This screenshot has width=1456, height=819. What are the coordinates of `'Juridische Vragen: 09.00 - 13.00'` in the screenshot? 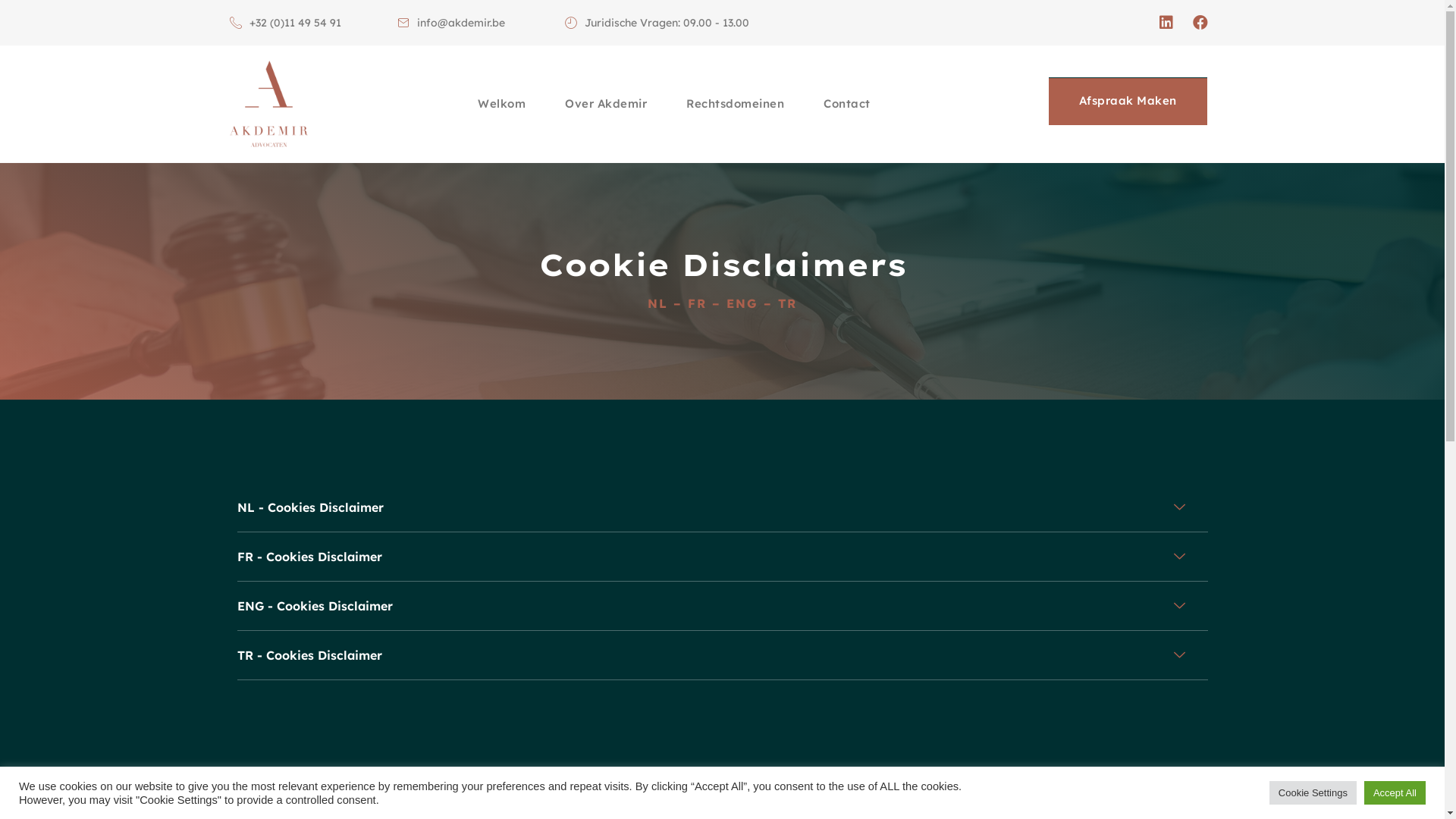 It's located at (656, 23).